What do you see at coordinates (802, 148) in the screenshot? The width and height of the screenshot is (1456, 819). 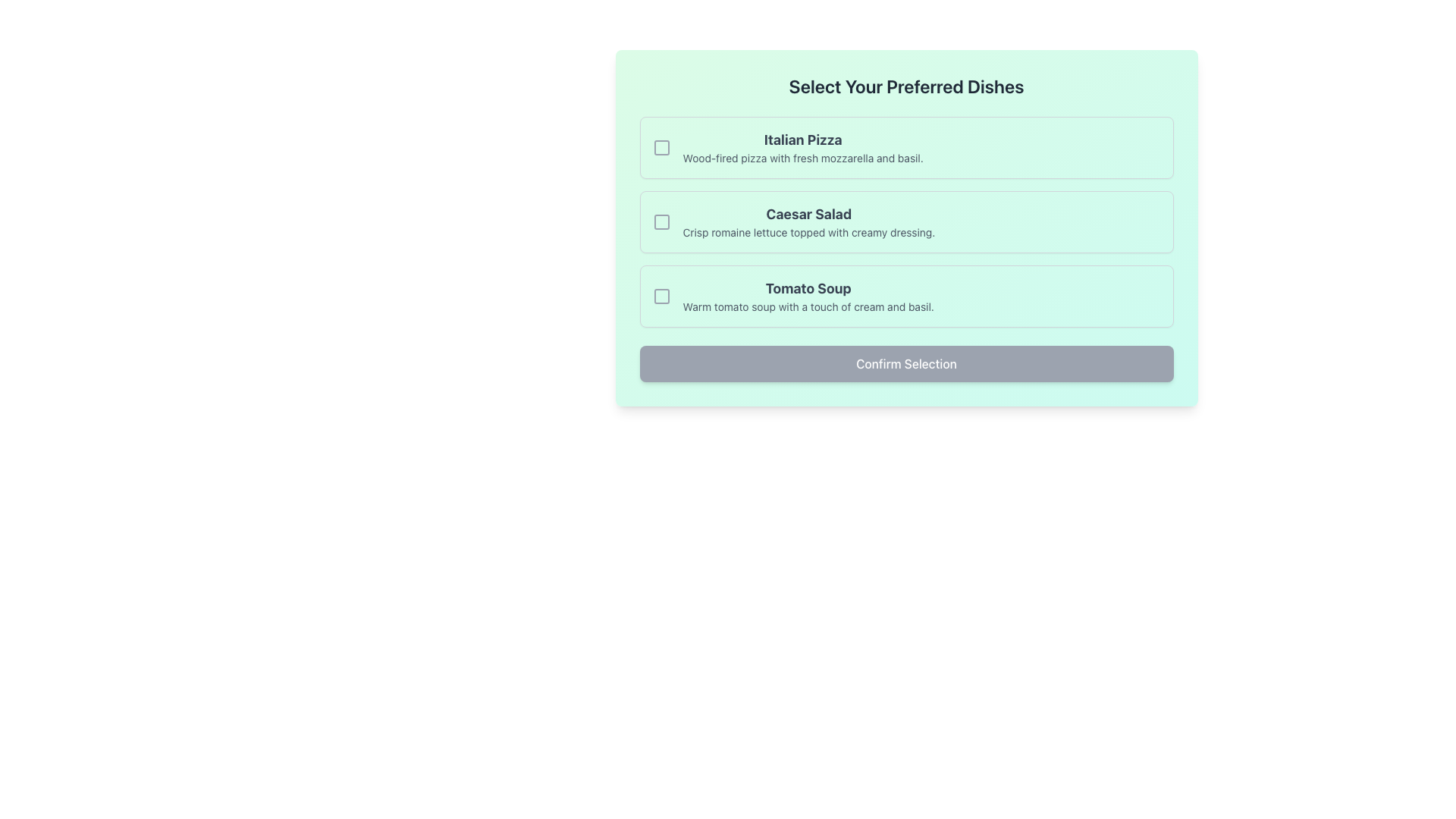 I see `the text display element that shows the title 'Italian Pizza' and its description 'Wood-fired pizza with fresh mozzarella and basil.'` at bounding box center [802, 148].